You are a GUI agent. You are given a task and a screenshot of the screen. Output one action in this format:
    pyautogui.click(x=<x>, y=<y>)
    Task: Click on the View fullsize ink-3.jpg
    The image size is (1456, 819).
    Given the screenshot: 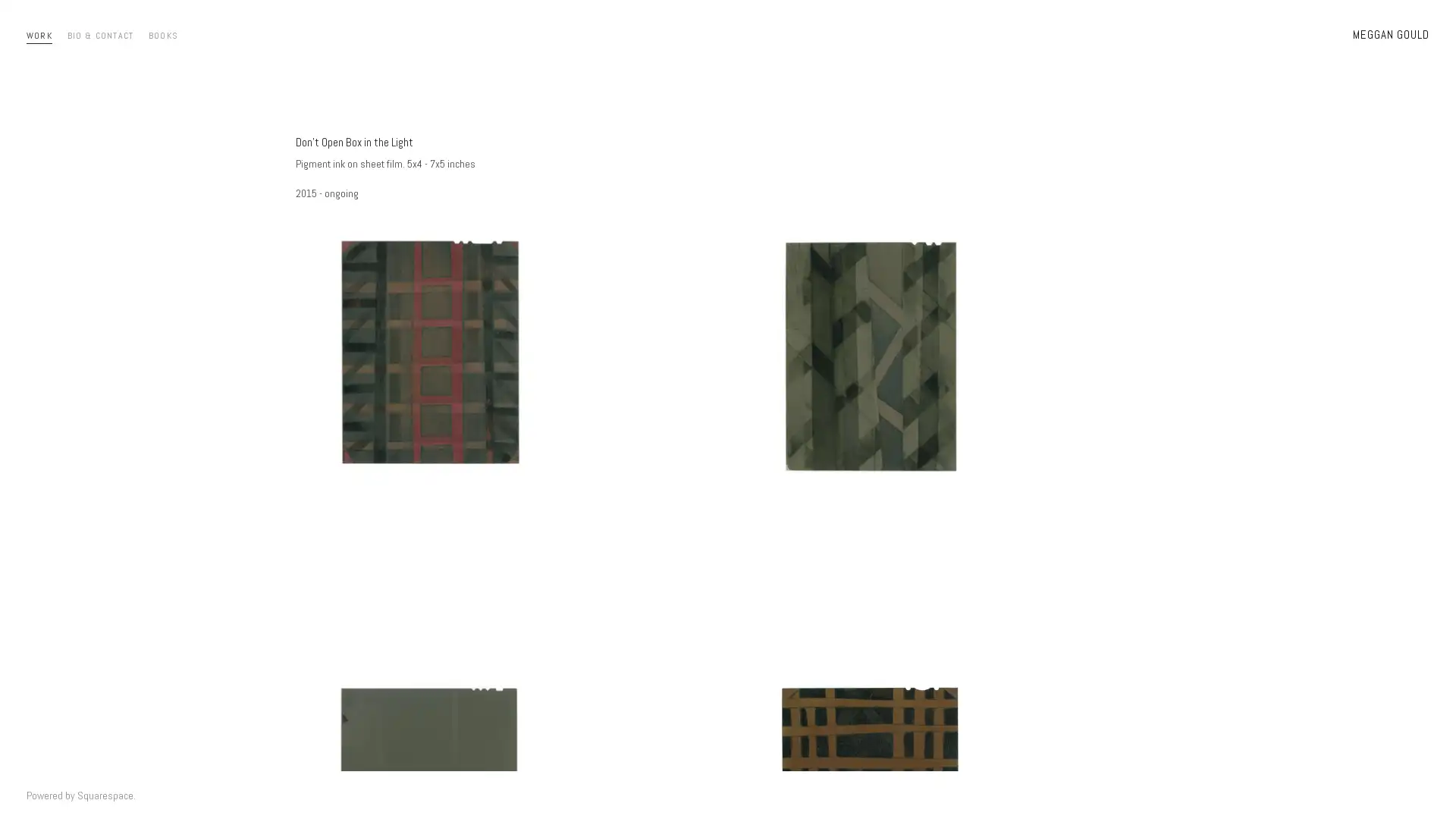 What is the action you would take?
    pyautogui.click(x=946, y=432)
    